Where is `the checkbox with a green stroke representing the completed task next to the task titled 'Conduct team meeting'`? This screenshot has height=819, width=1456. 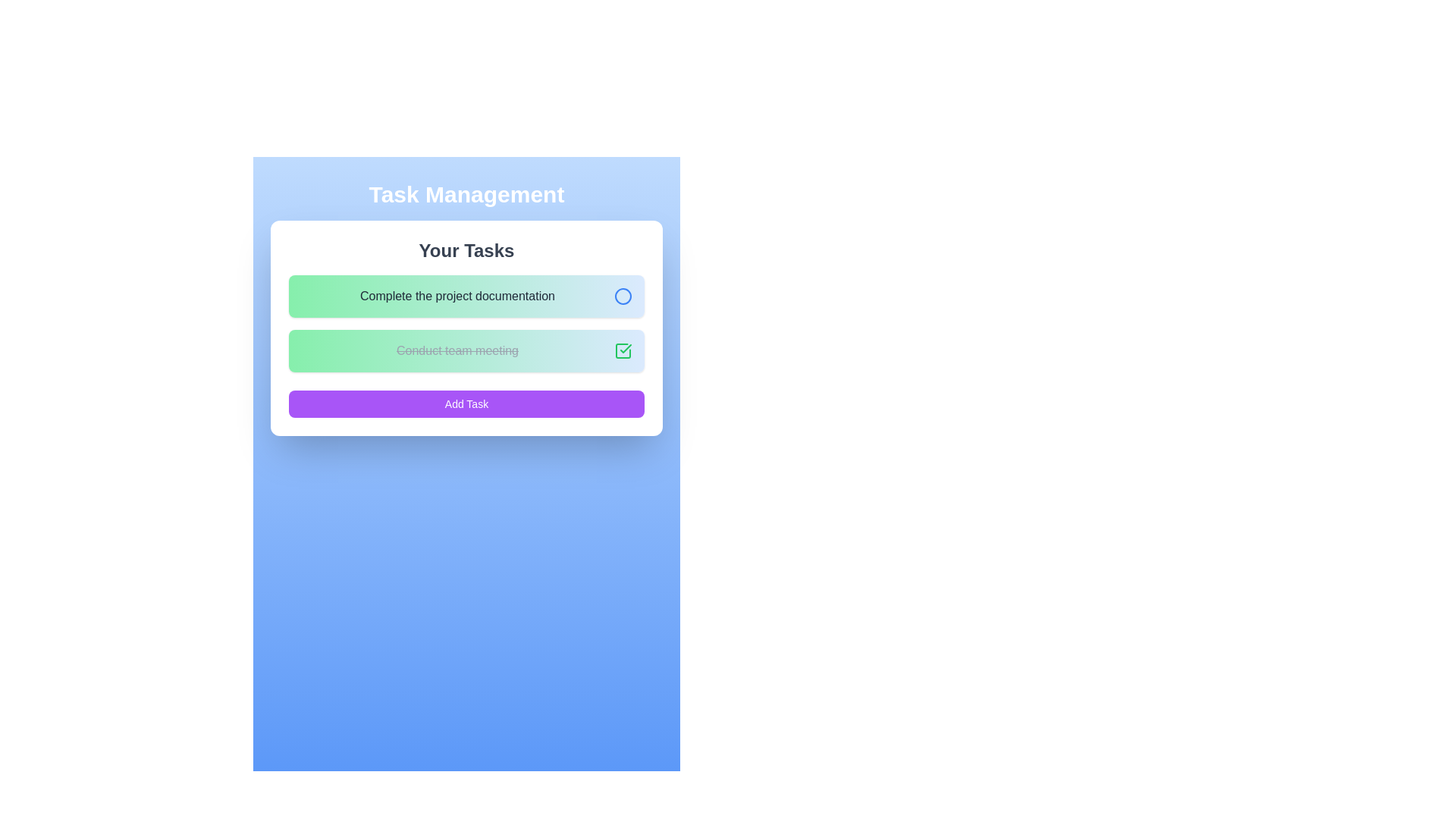 the checkbox with a green stroke representing the completed task next to the task titled 'Conduct team meeting' is located at coordinates (623, 350).